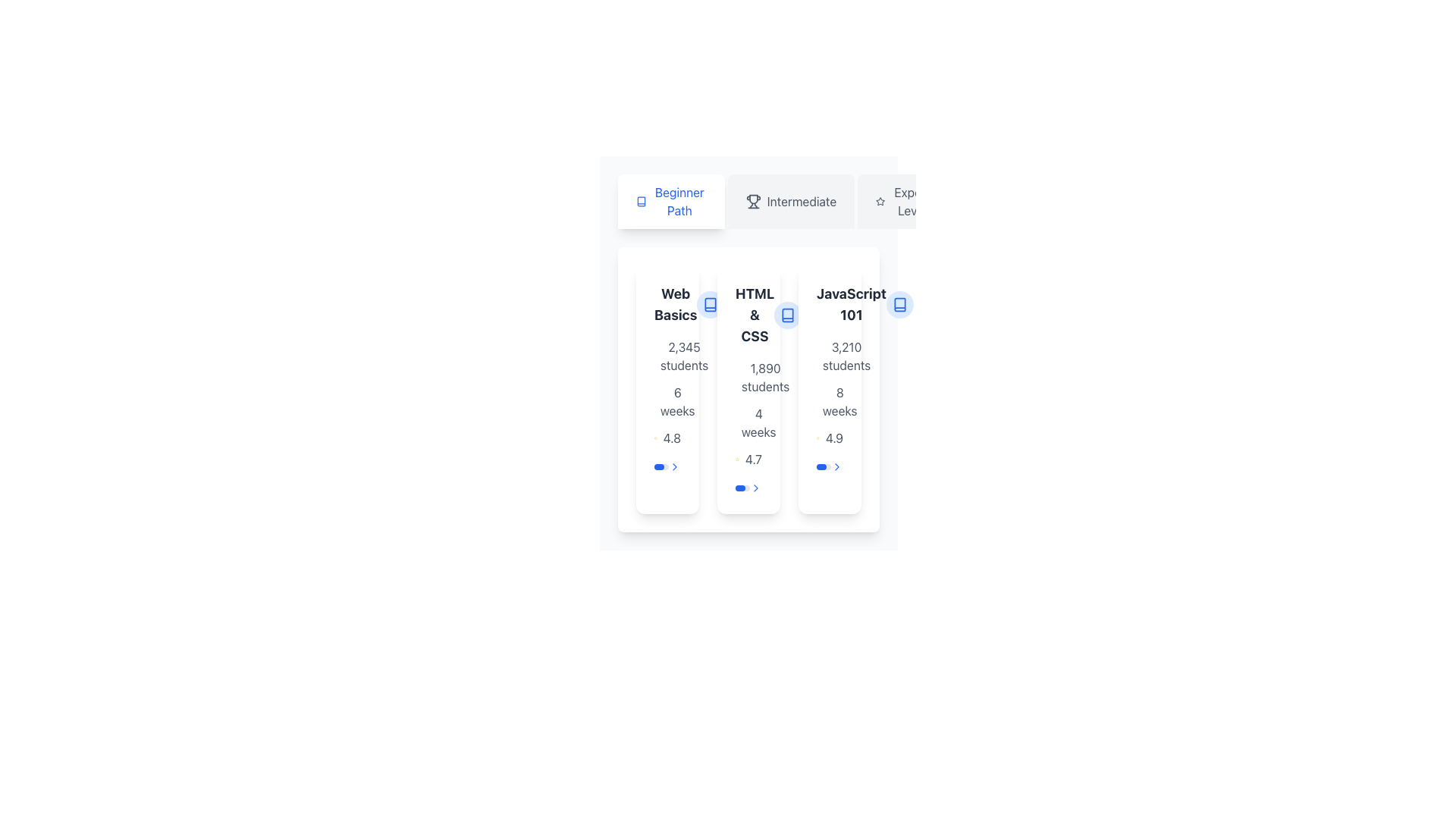  I want to click on the text content indicating the duration of the course, which is the second text element in a vertical sequence within the first course card, so click(667, 400).